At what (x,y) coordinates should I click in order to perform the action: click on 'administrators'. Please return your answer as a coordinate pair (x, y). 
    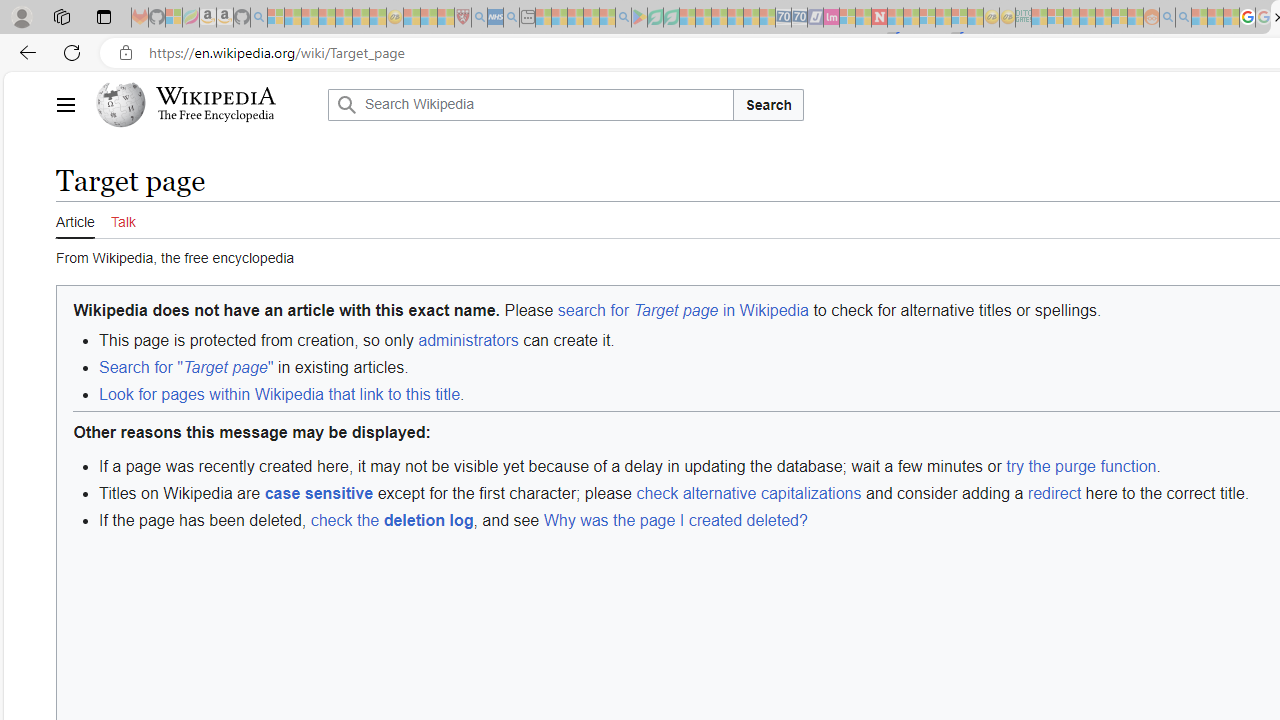
    Looking at the image, I should click on (467, 339).